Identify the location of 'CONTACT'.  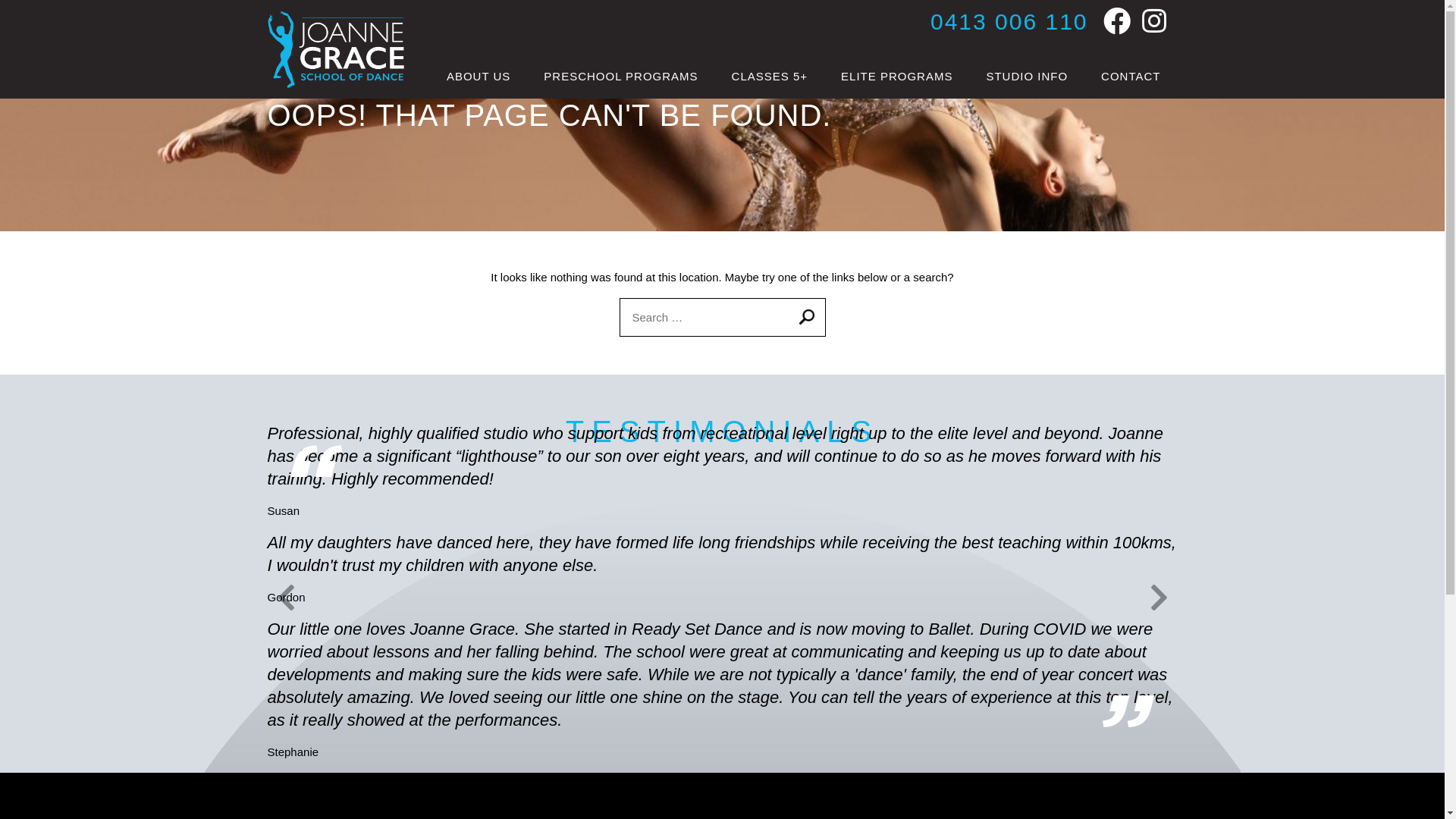
(1131, 76).